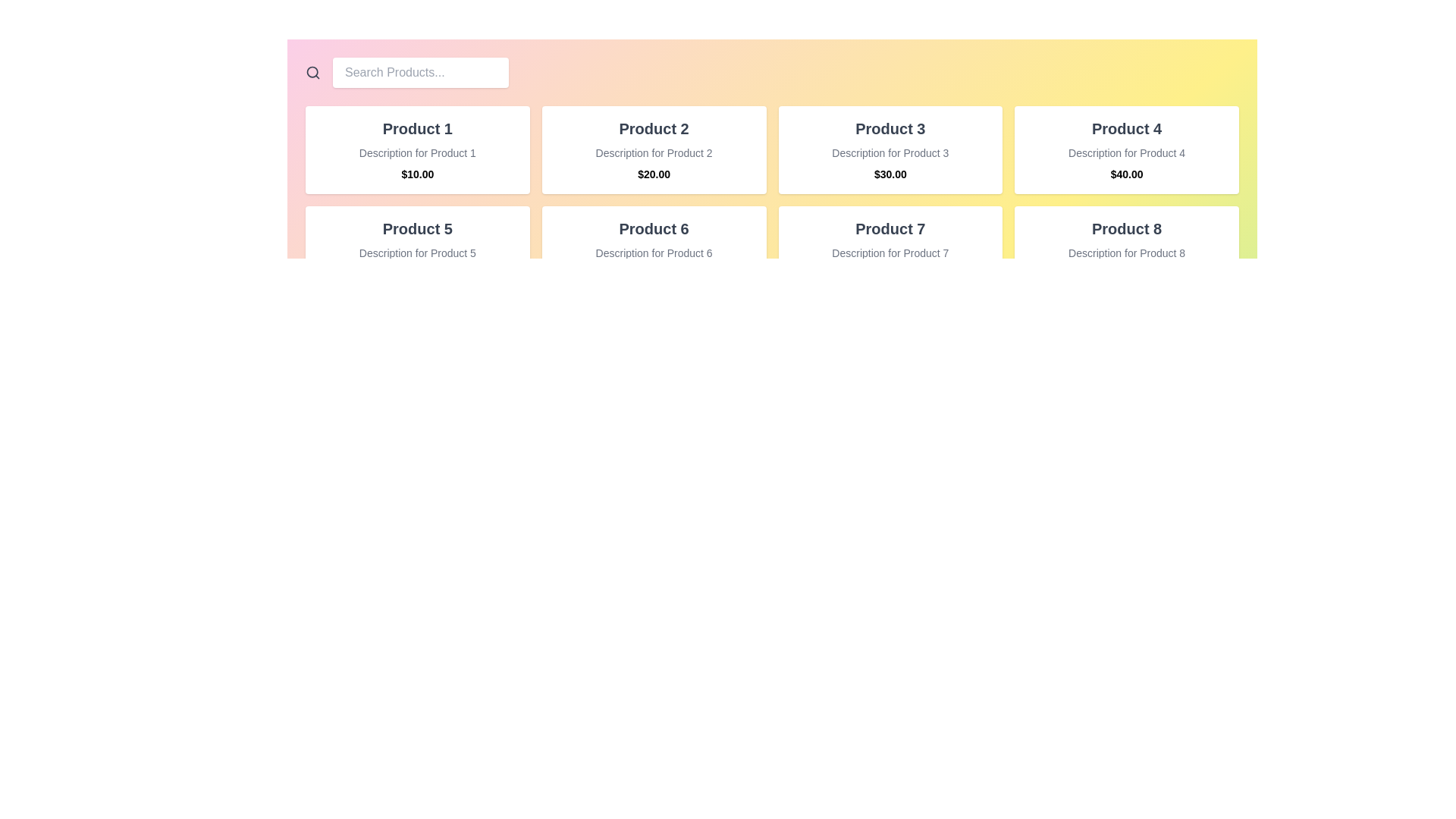  I want to click on text label that displays 'Description for Product 7', which is positioned below the 'Product 7' heading in its card, so click(890, 253).